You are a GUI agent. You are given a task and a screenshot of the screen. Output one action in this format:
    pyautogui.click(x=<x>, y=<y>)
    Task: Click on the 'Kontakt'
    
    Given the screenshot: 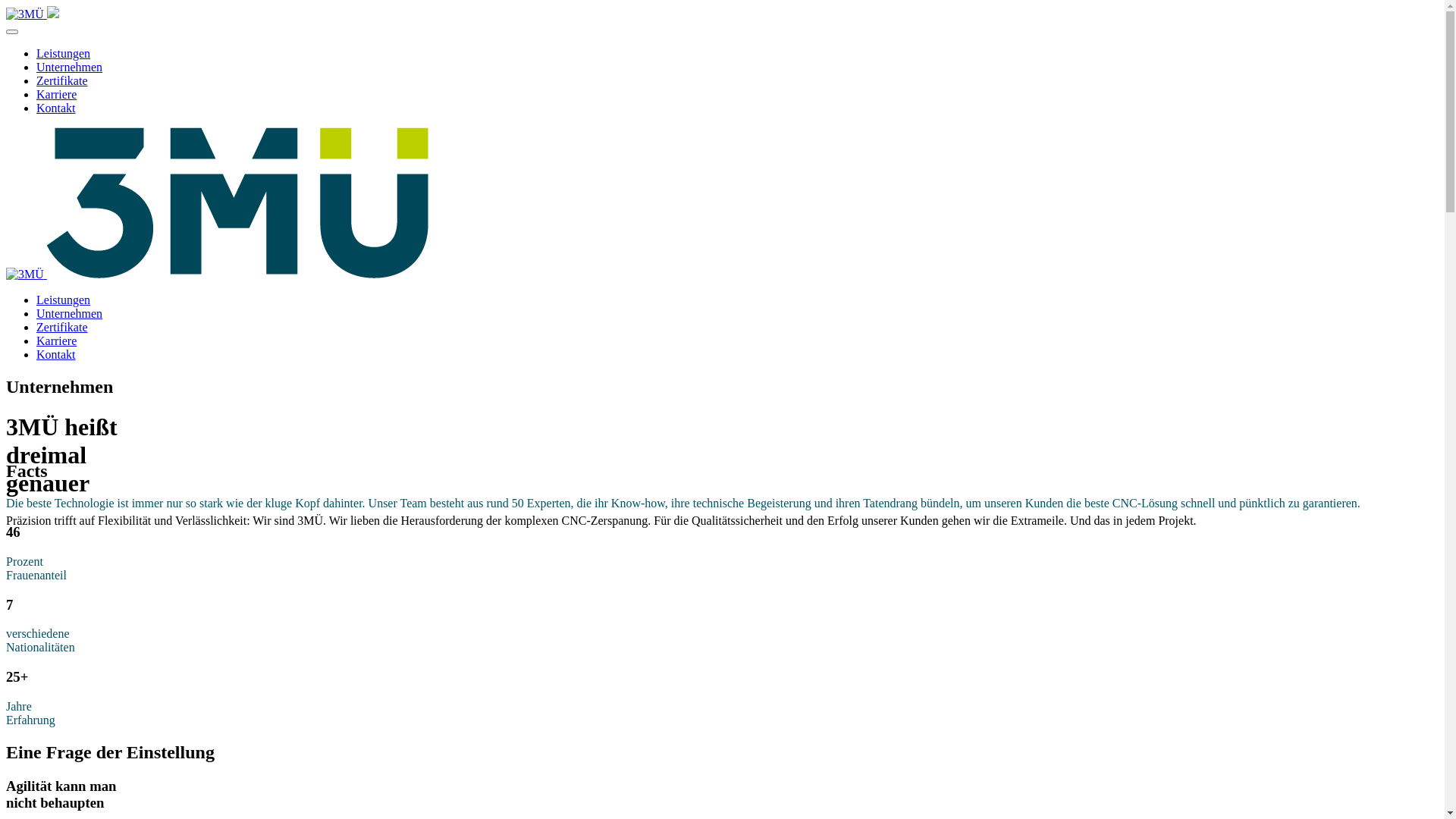 What is the action you would take?
    pyautogui.click(x=55, y=107)
    